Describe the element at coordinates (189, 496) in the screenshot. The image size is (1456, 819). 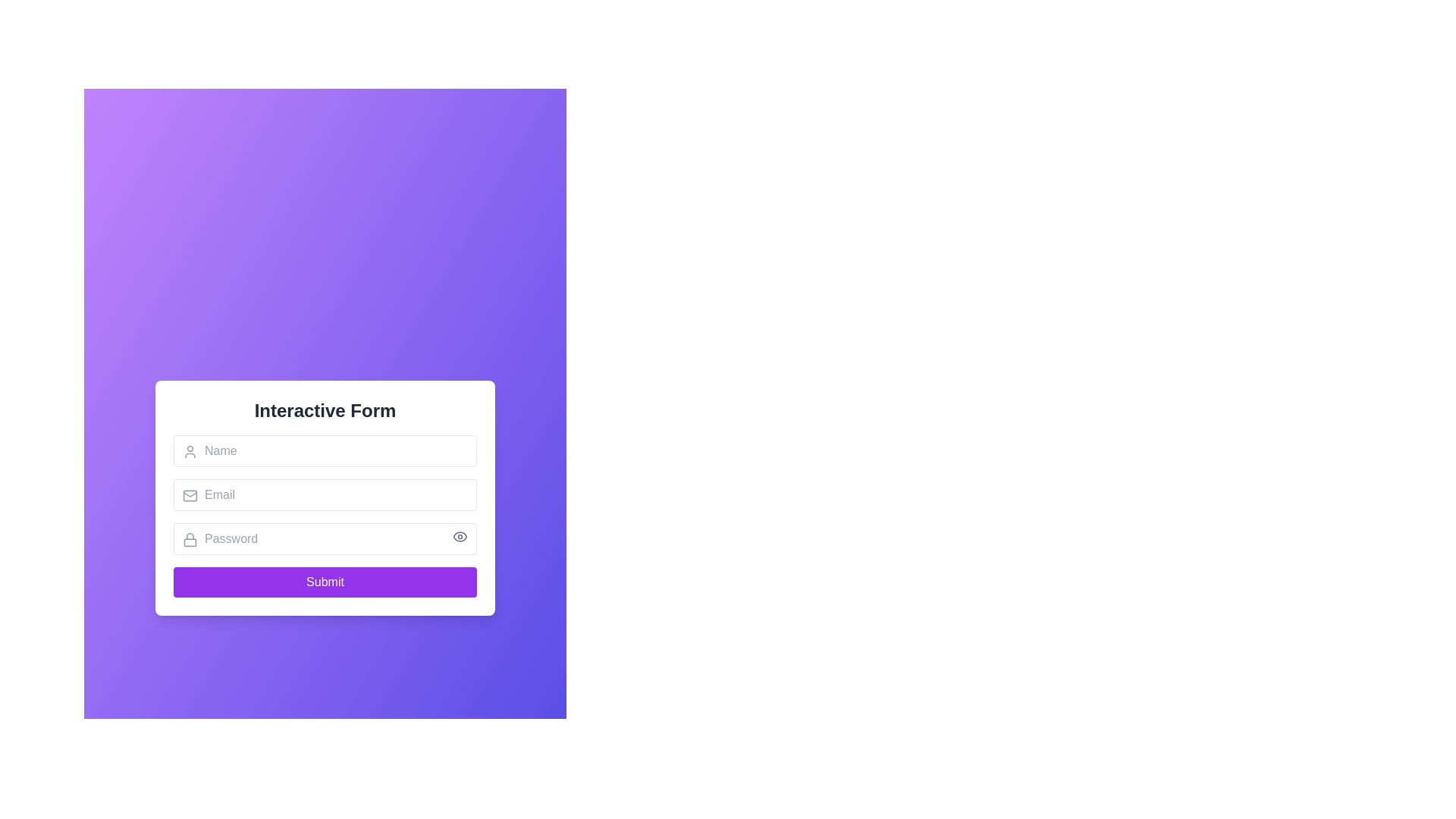
I see `the email input field icon, which visually indicates that the field is for entering an email address, located at the top-left corner inside the email input field close to the placeholder text 'Email'` at that location.